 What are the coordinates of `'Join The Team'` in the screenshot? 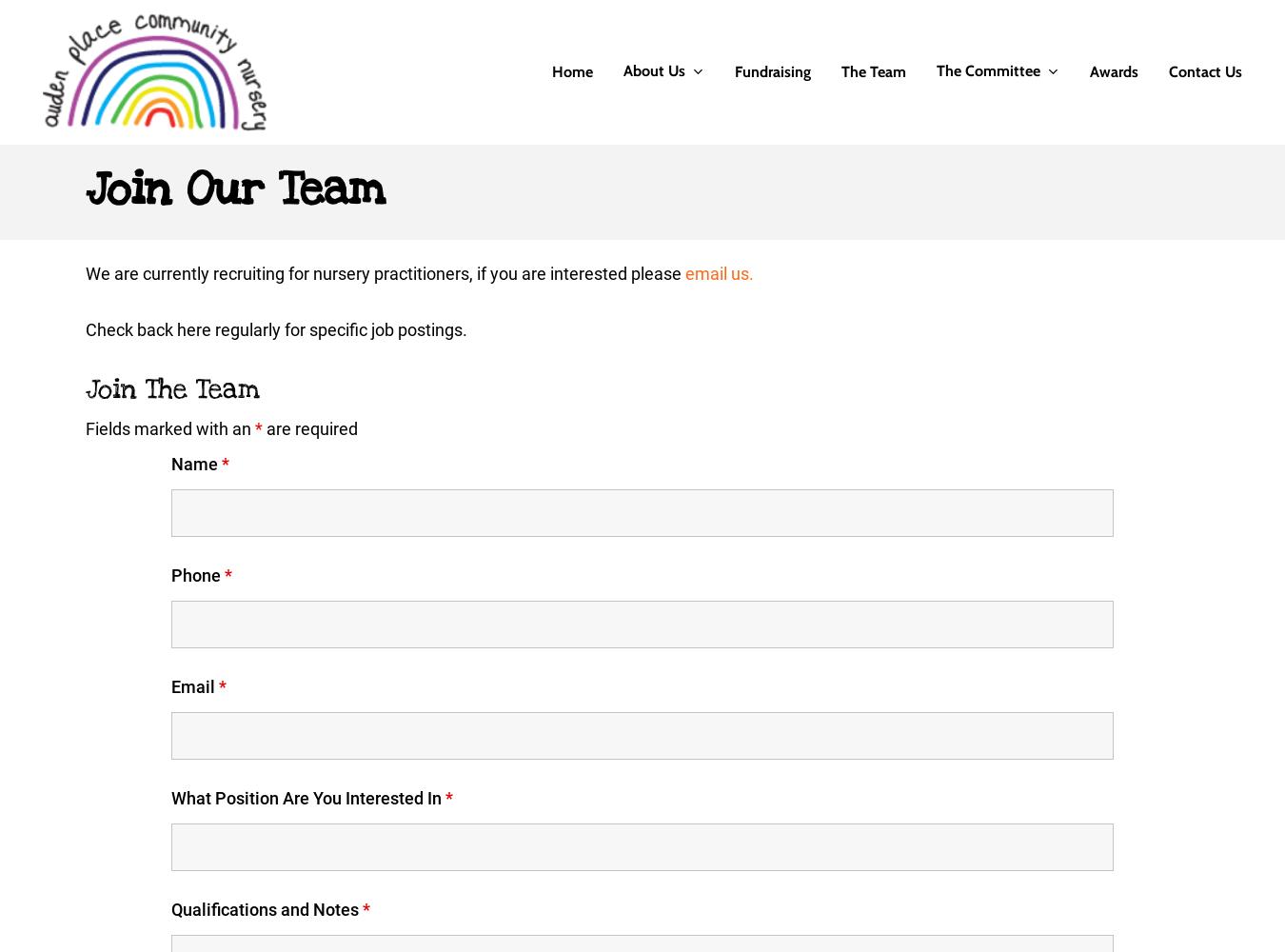 It's located at (172, 389).